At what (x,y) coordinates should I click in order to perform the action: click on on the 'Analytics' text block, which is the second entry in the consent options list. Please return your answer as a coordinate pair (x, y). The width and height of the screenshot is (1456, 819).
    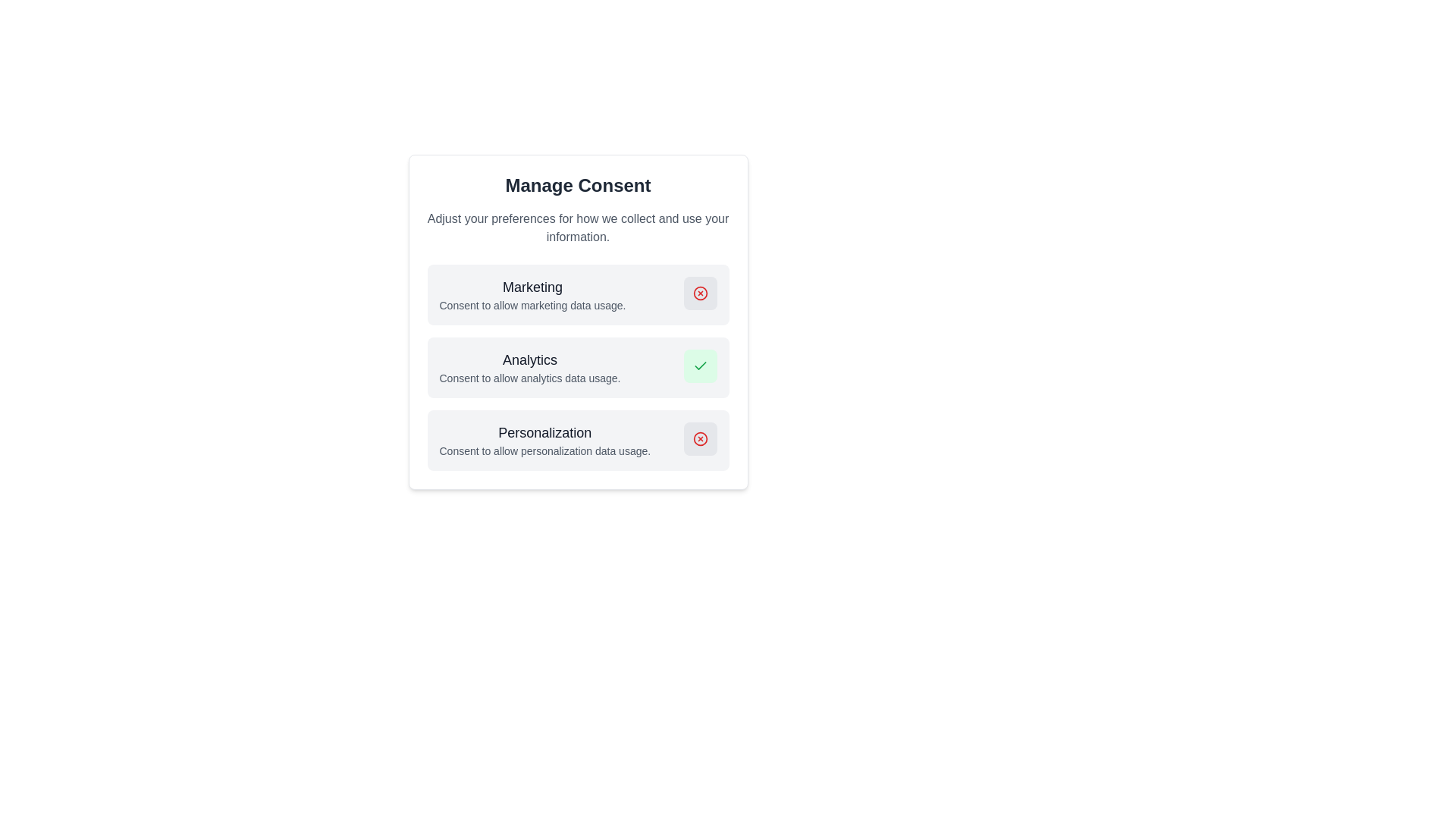
    Looking at the image, I should click on (529, 368).